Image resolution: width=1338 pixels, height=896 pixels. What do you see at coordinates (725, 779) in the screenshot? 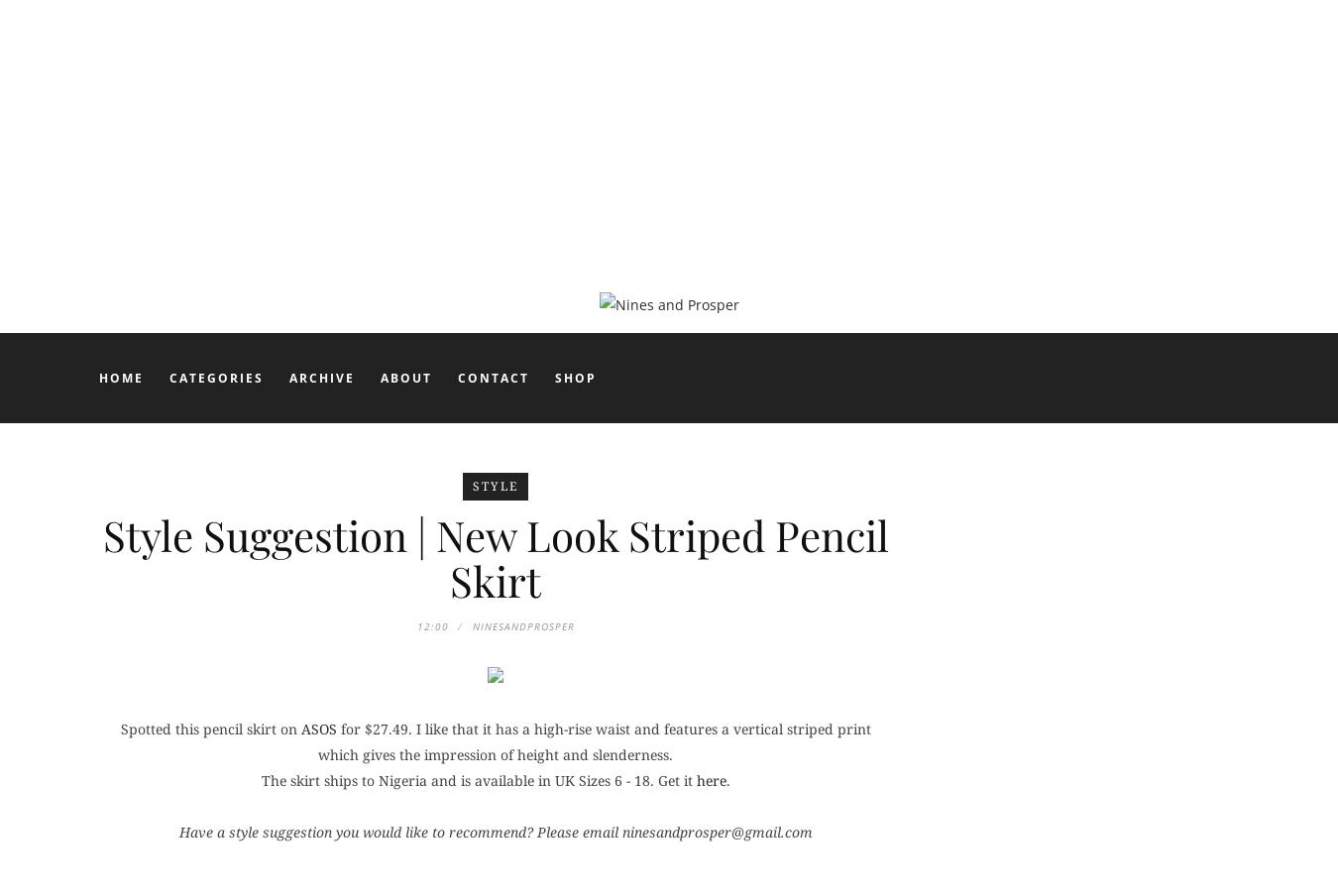
I see `'.'` at bounding box center [725, 779].